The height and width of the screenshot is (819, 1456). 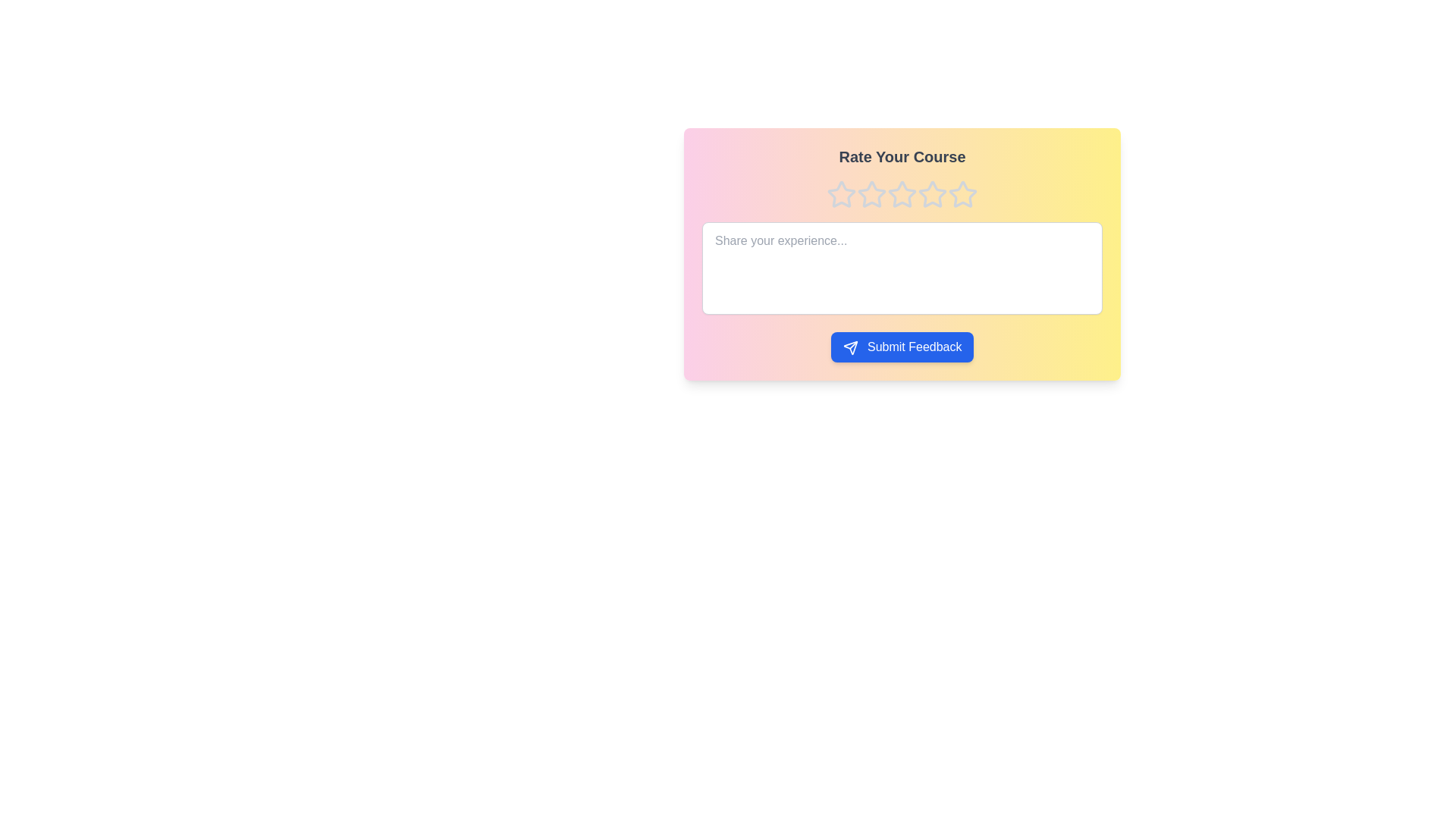 I want to click on the rating bar consisting of five outlined stars in the 'Rate Your Course' section, so click(x=902, y=194).